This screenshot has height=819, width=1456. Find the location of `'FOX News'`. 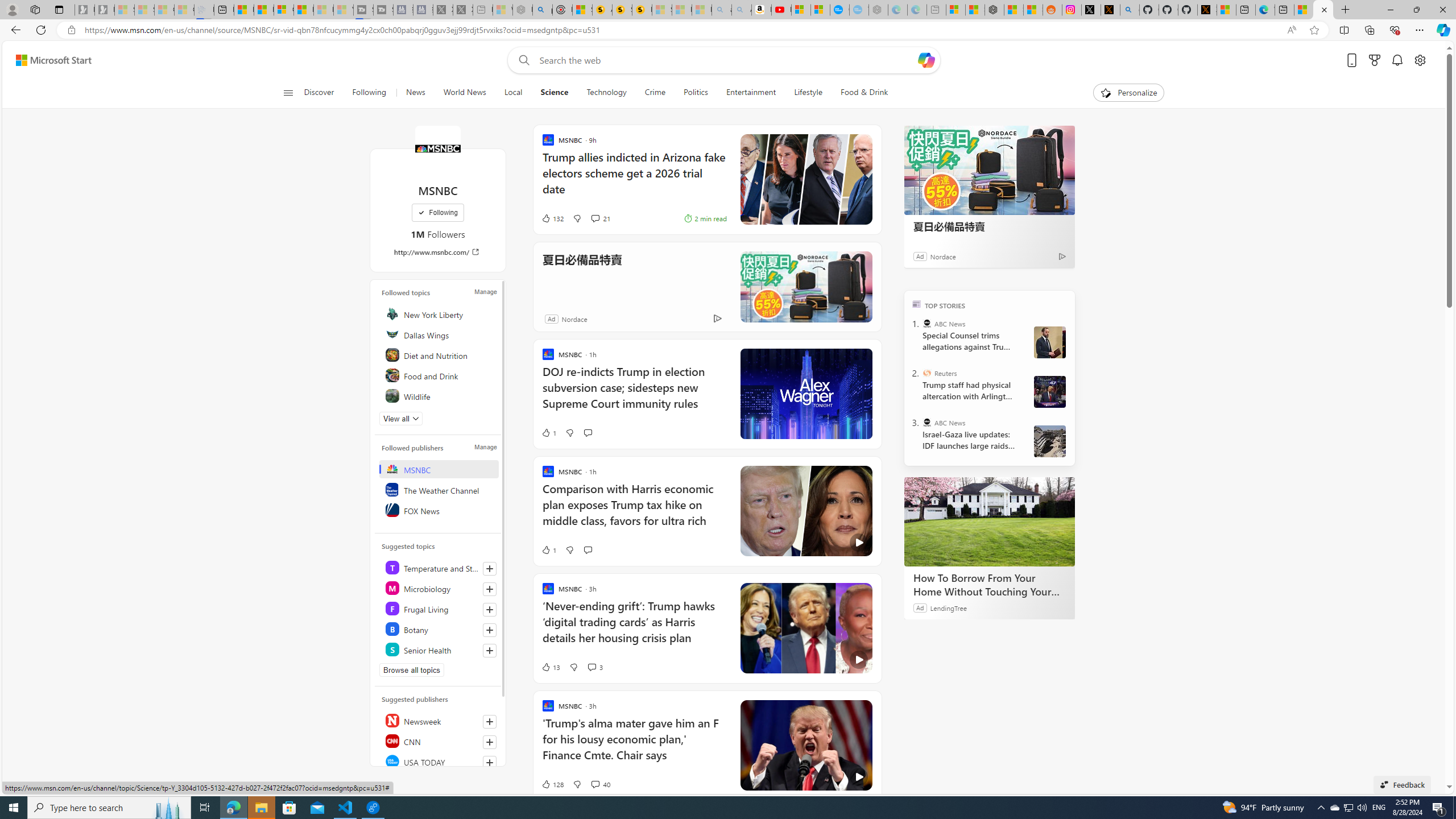

'FOX News' is located at coordinates (440, 510).